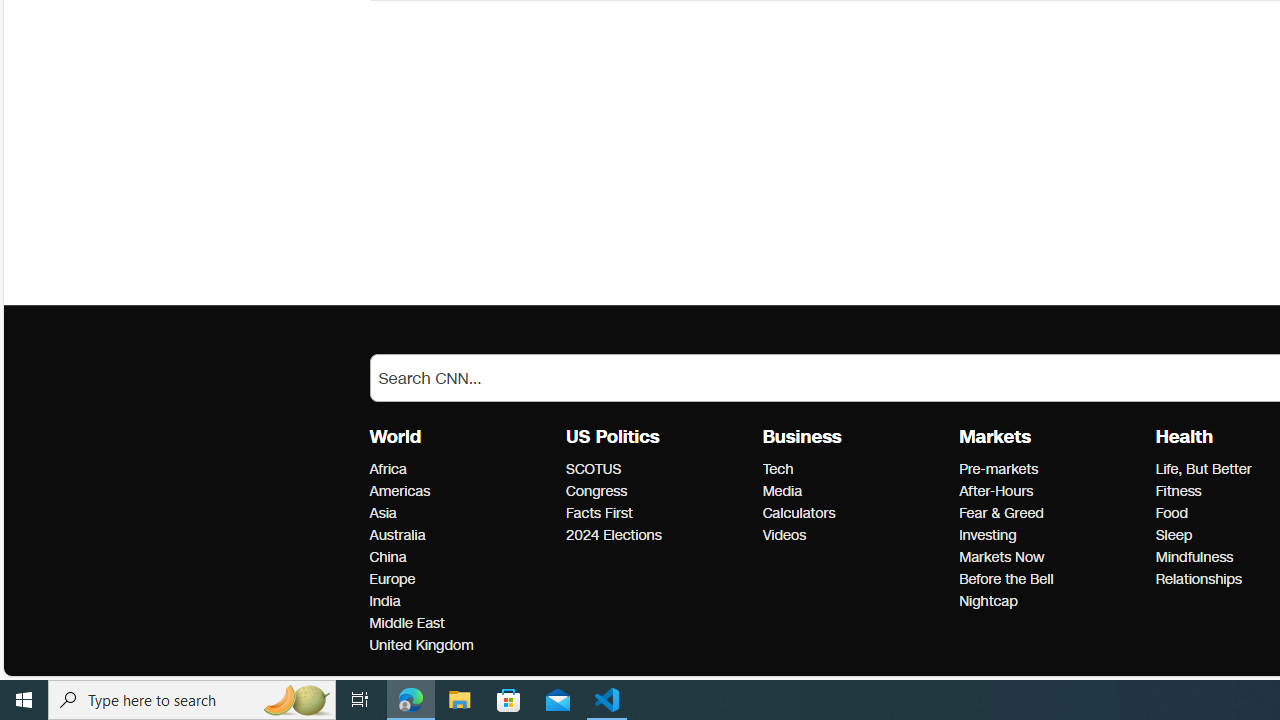  I want to click on 'Health Relationships', so click(1198, 579).